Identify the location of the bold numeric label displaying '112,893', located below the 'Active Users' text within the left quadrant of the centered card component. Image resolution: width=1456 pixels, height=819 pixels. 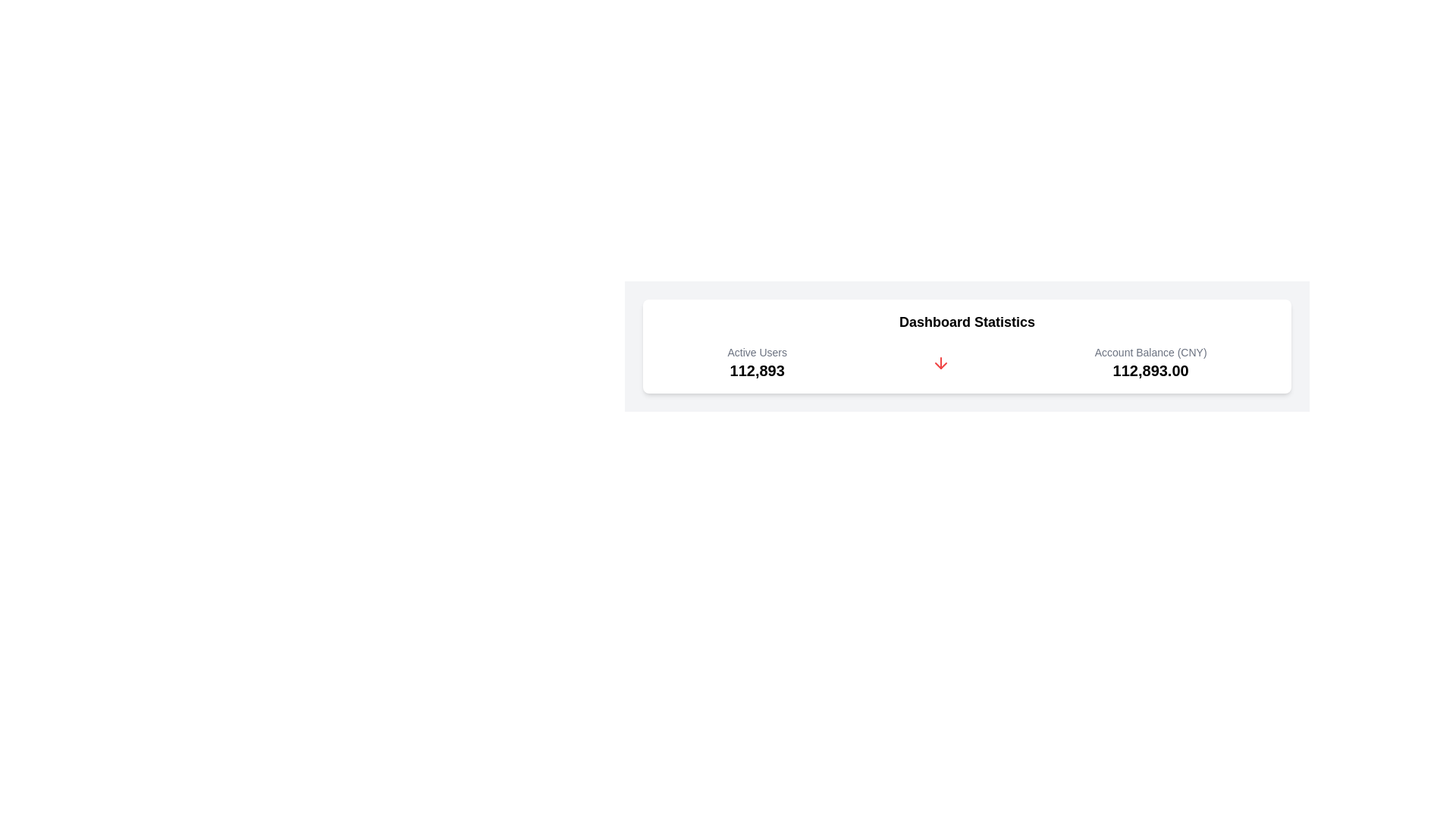
(757, 371).